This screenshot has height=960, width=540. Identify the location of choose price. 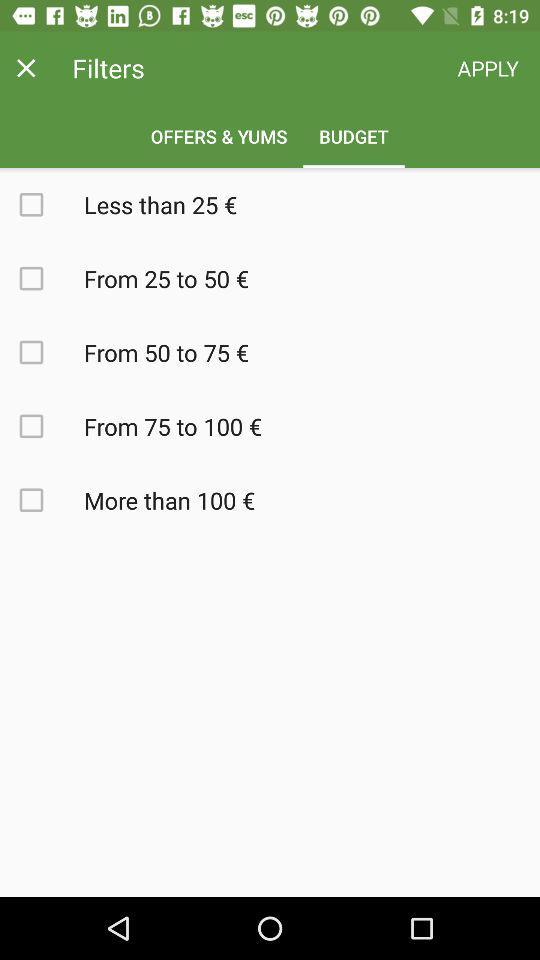
(42, 204).